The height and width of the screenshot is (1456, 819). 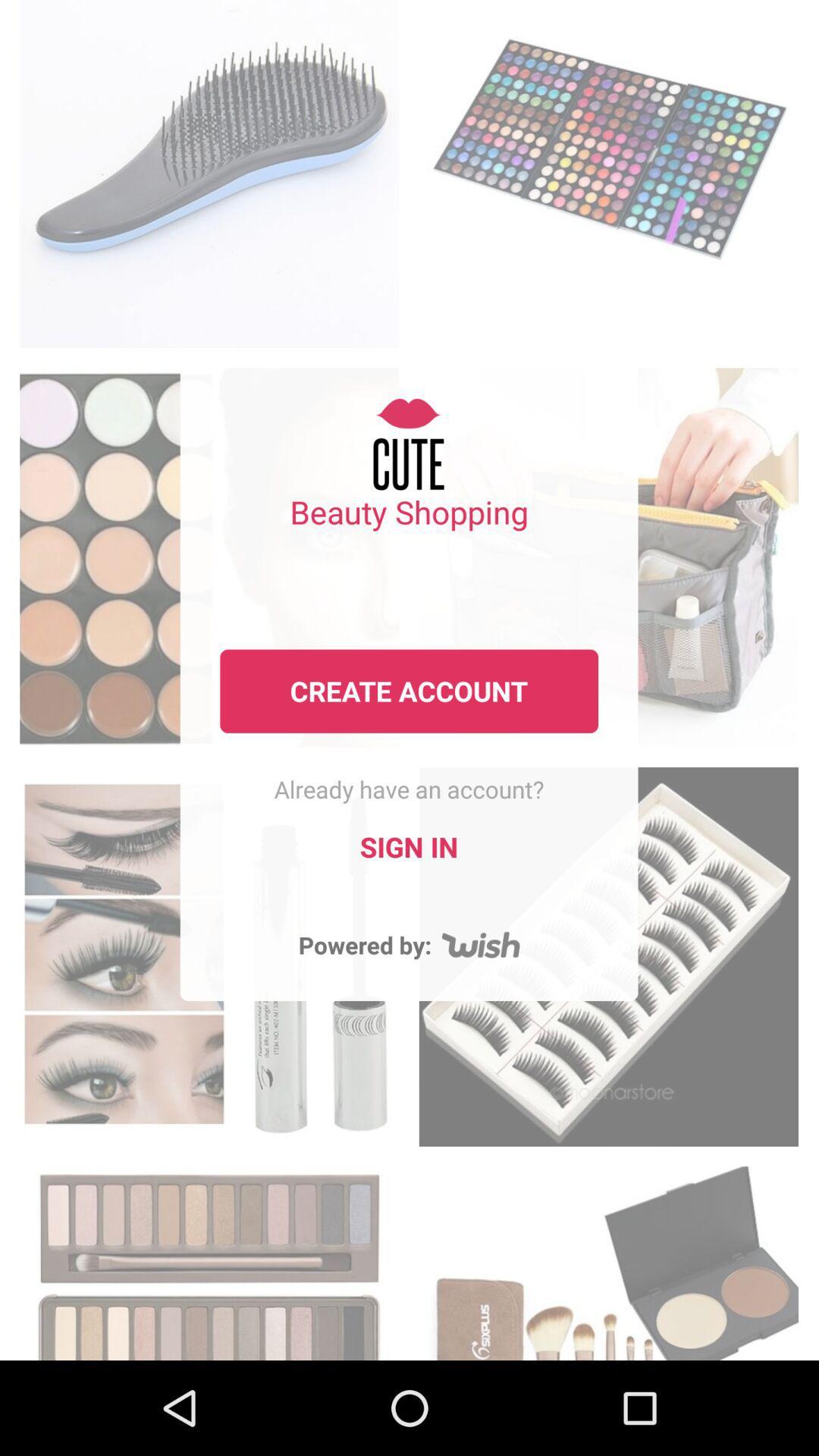 What do you see at coordinates (607, 1259) in the screenshot?
I see `make box` at bounding box center [607, 1259].